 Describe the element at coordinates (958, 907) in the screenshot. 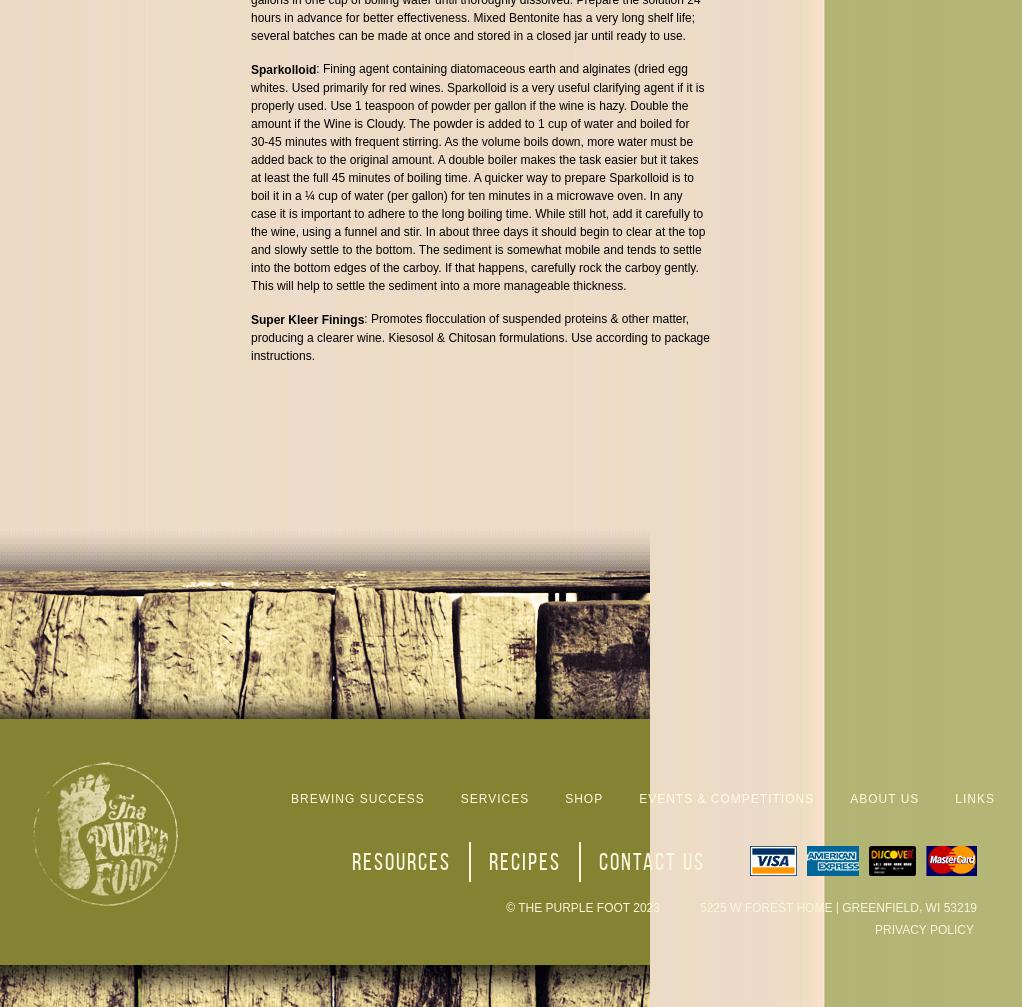

I see `'53219'` at that location.